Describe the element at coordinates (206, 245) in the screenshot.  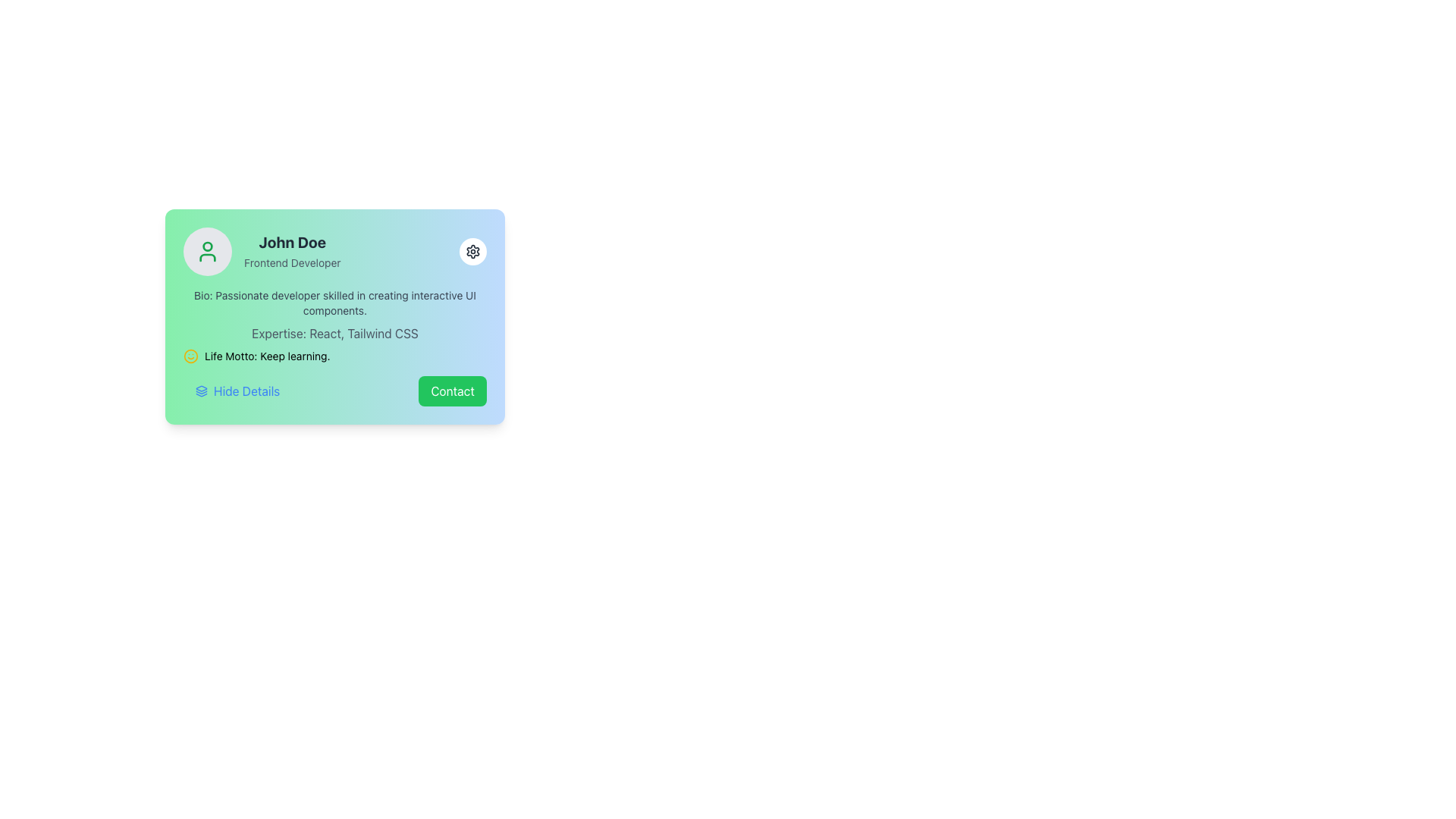
I see `the vector graphic circle representing the user's profile in the top-left of the gradient card` at that location.